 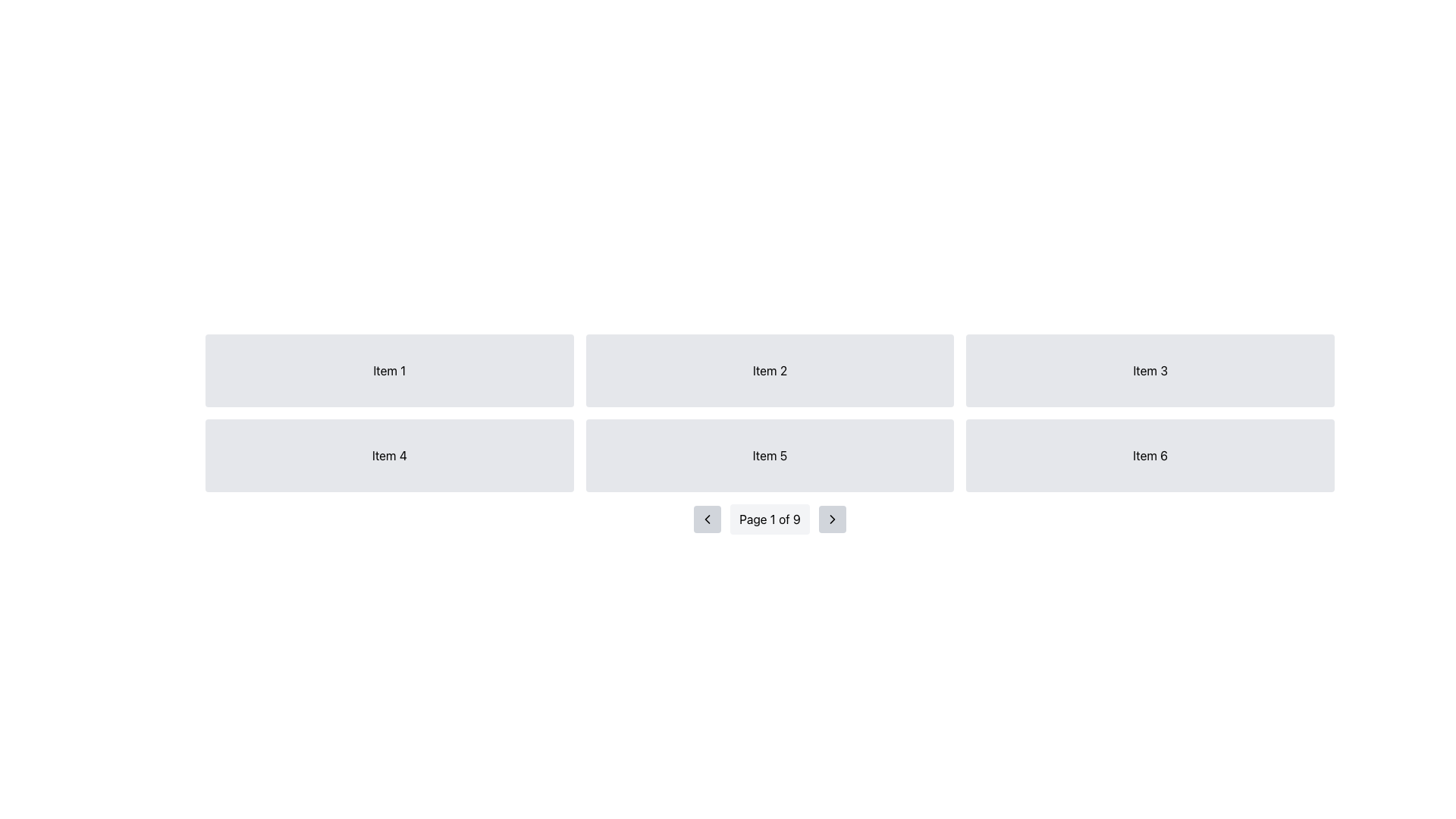 I want to click on the sixth item in the grid layout, located in the bottom-right position, directly below 'Item 3', so click(x=1150, y=455).